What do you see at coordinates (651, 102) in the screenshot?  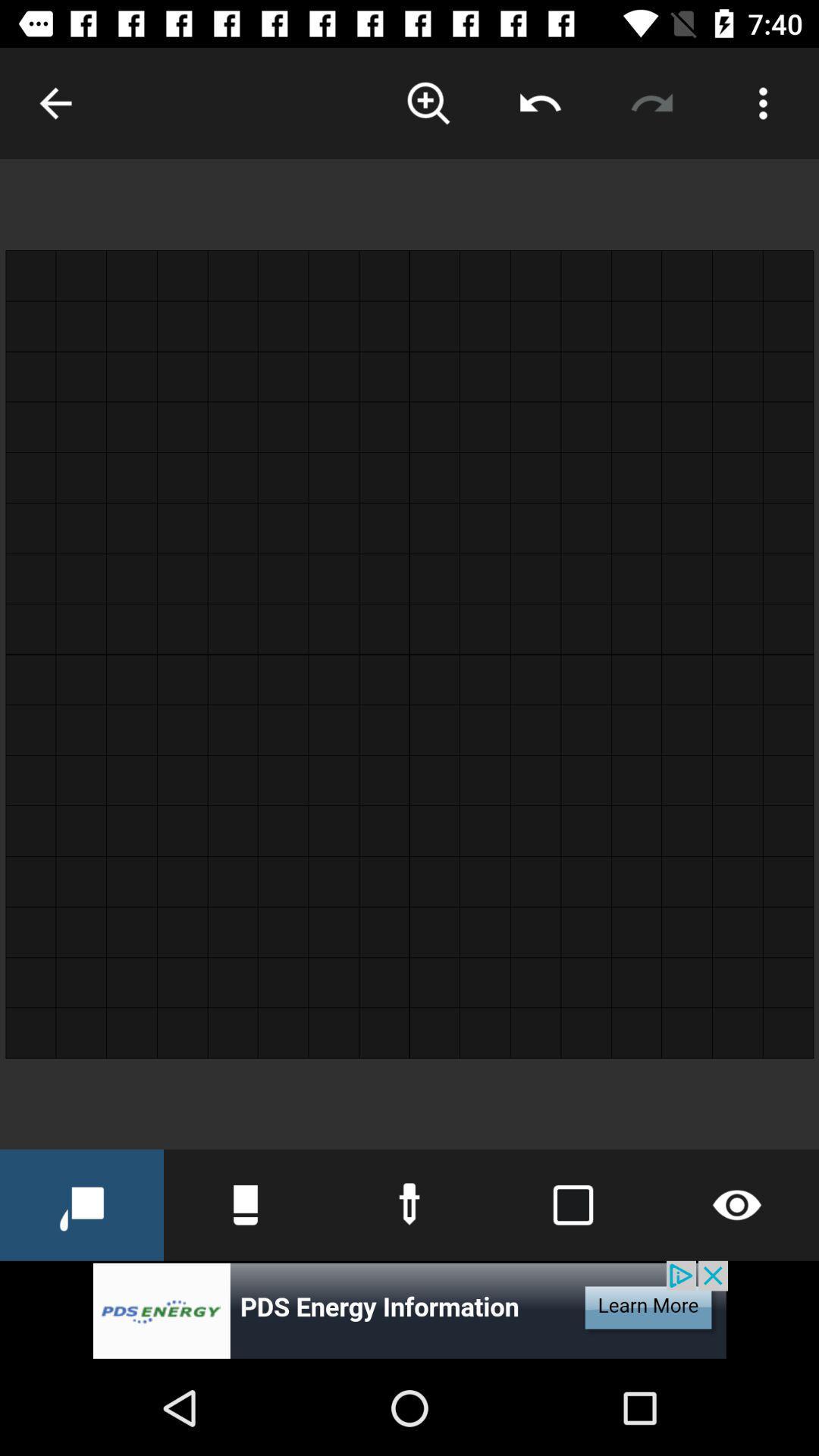 I see `redo change` at bounding box center [651, 102].